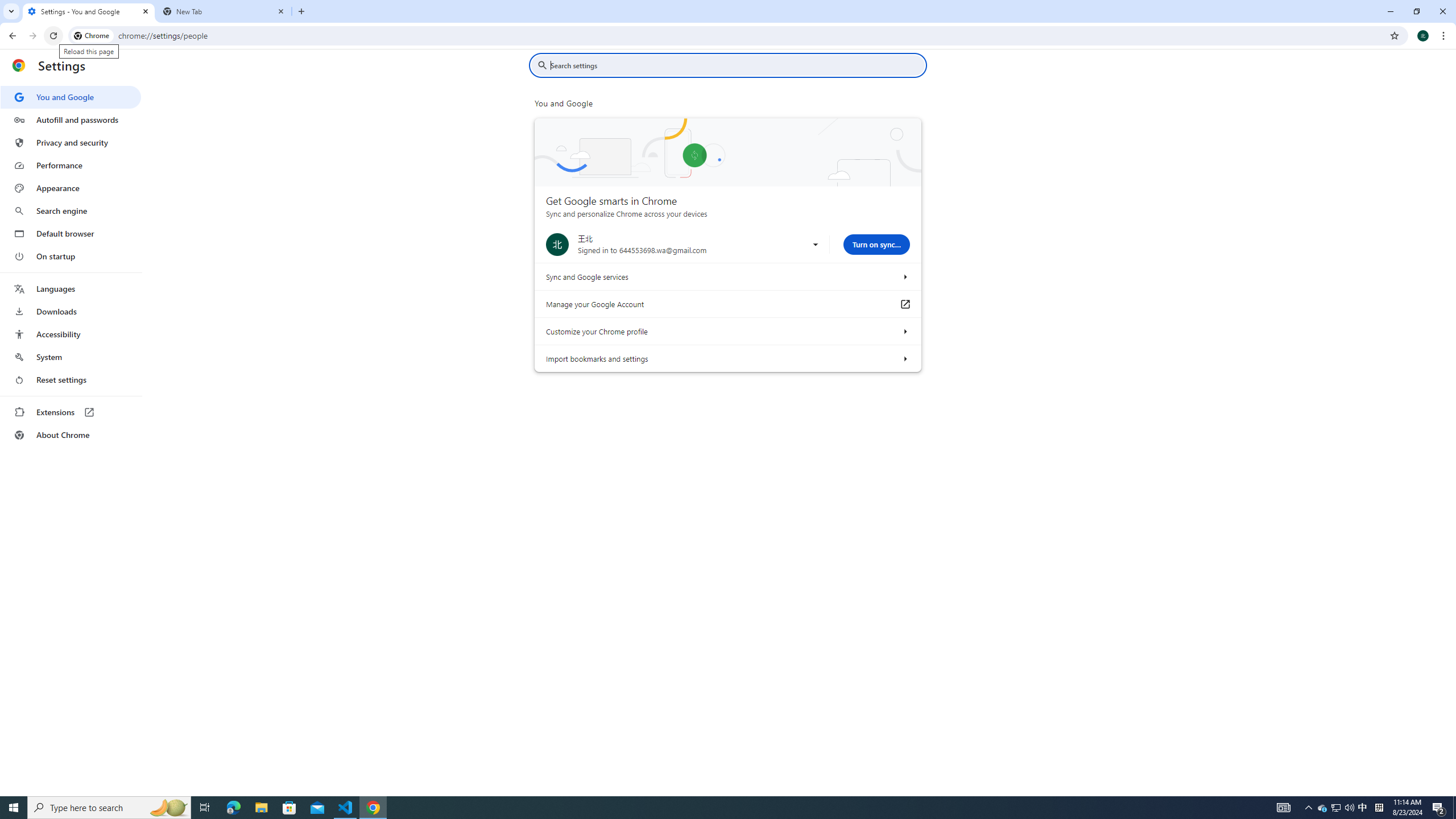  What do you see at coordinates (70, 333) in the screenshot?
I see `'Accessibility'` at bounding box center [70, 333].